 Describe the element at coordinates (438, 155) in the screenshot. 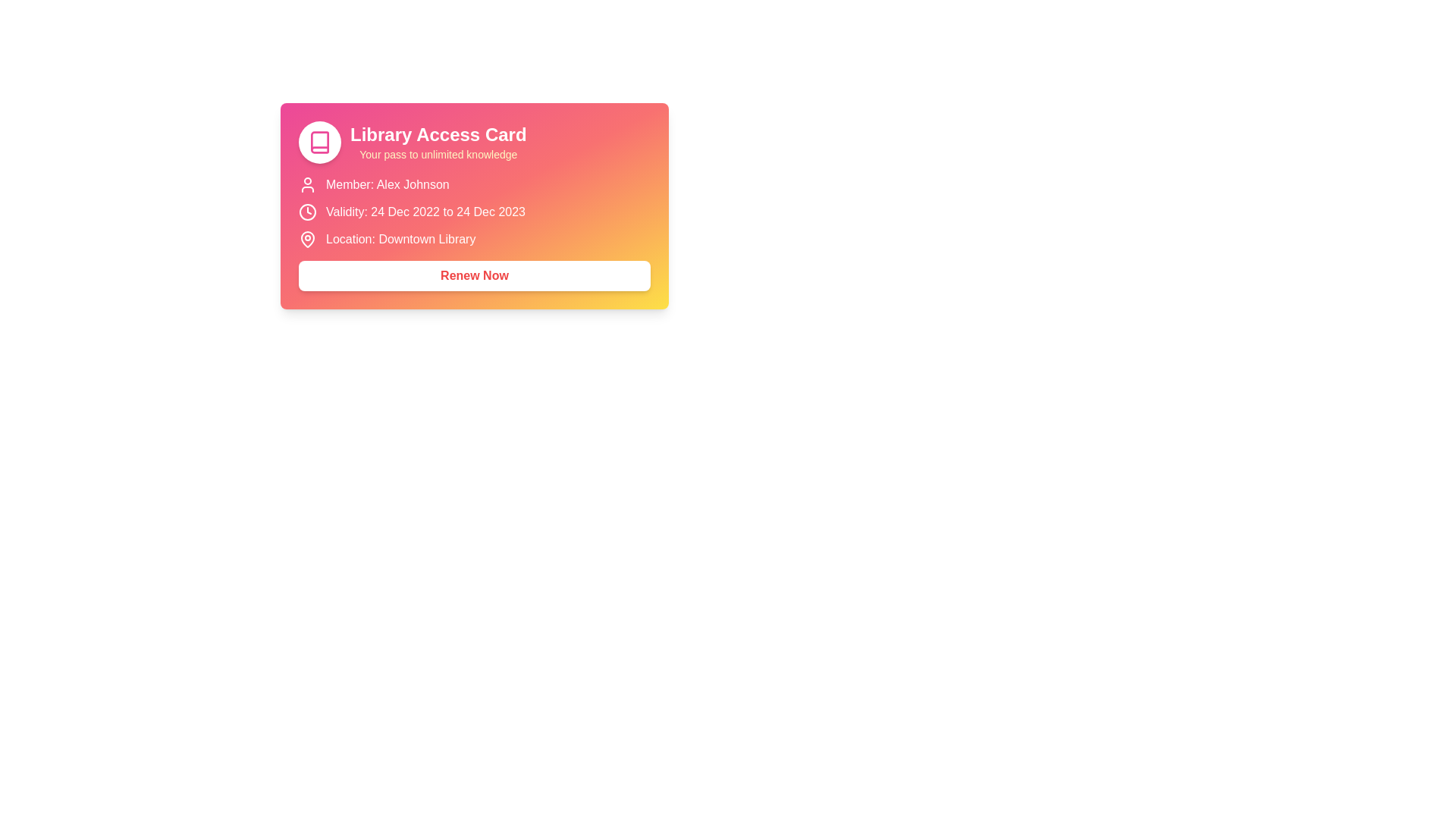

I see `the label displaying 'Your pass to unlimited knowledge', which is styled with a small font size and yellowish-white text color, located directly below 'Library Access Card' within the card's header section` at that location.